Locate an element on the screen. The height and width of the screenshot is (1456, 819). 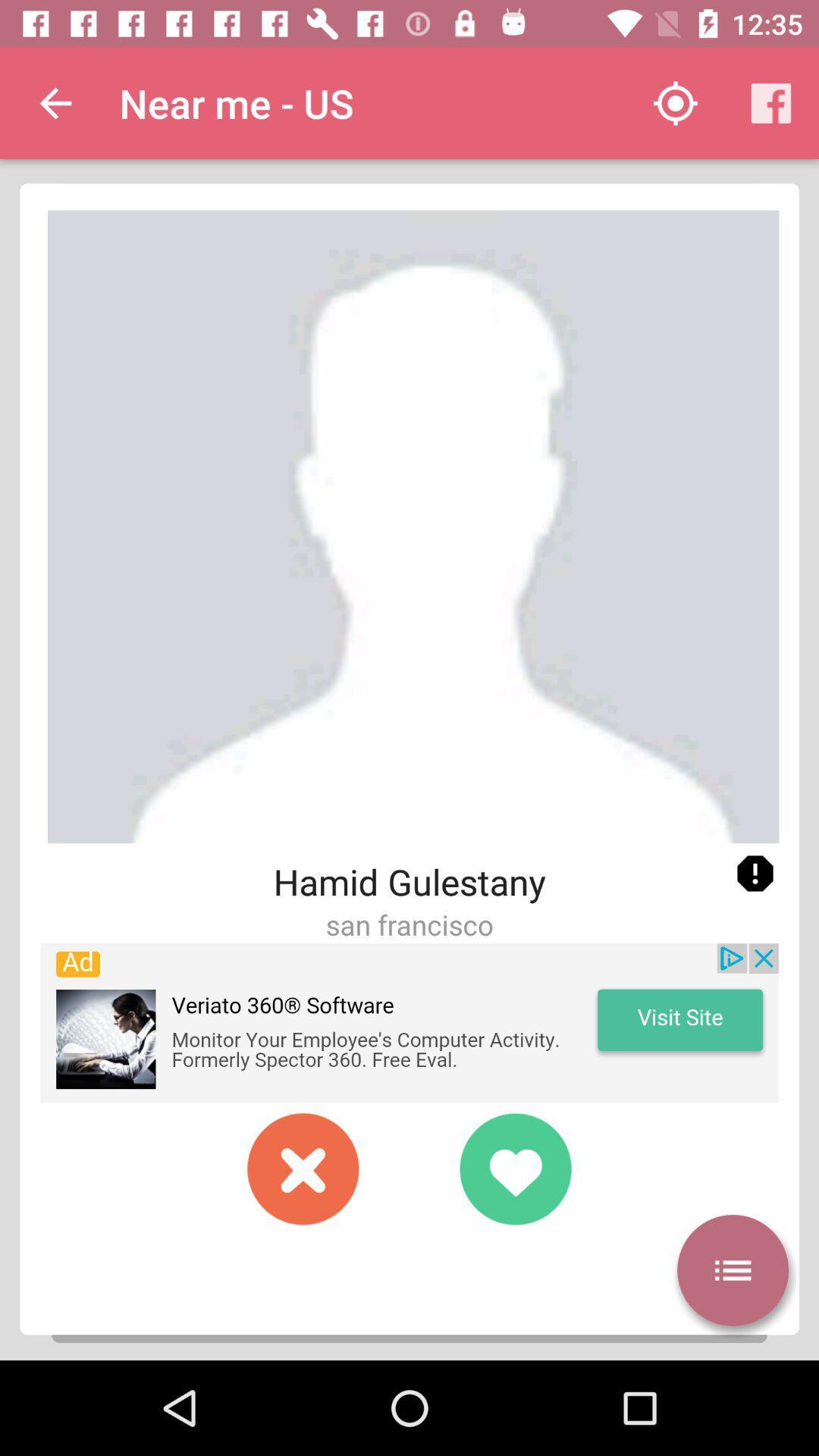
deslike is located at coordinates (303, 1168).